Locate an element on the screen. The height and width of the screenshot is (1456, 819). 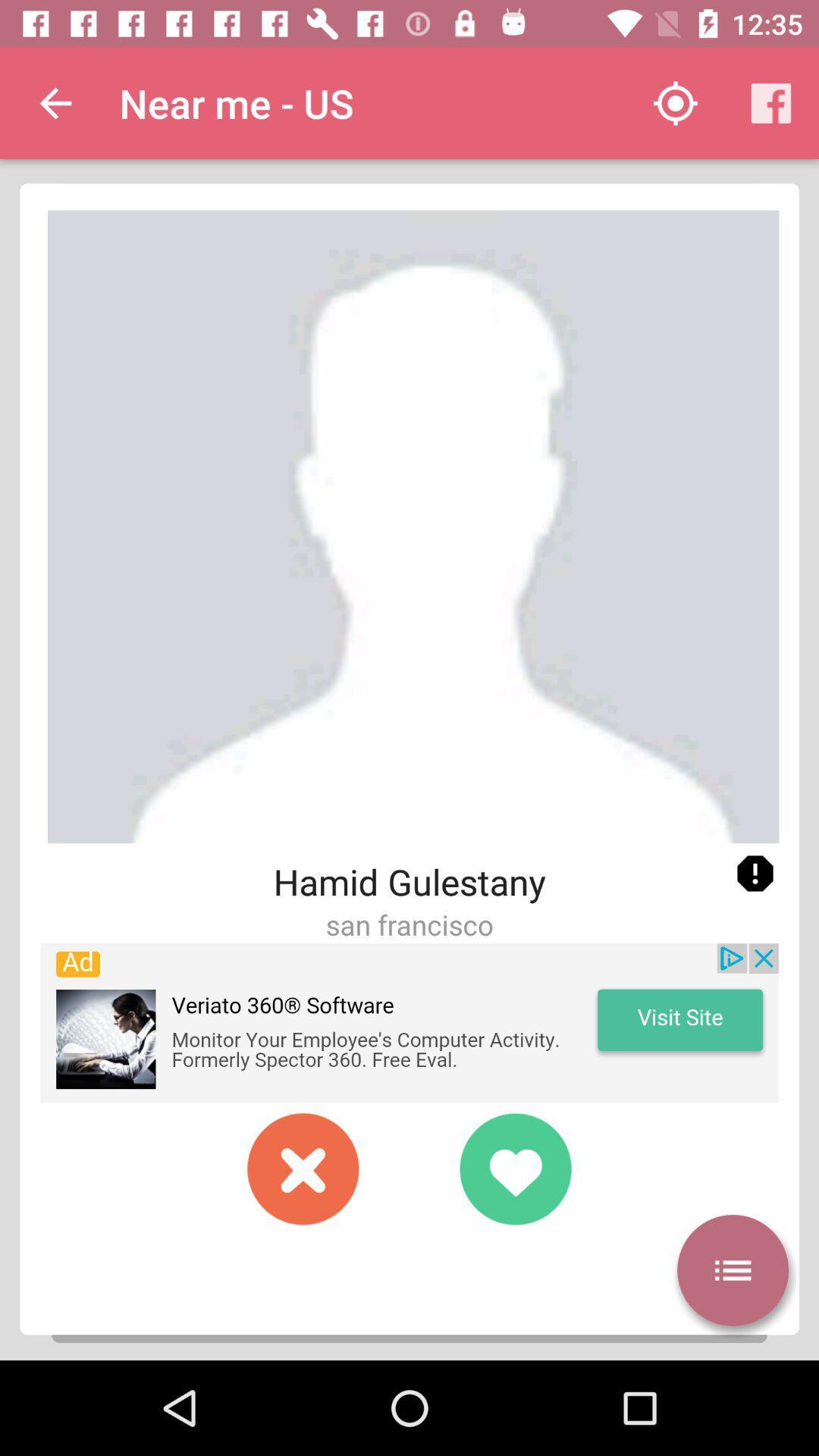
deslike is located at coordinates (303, 1168).